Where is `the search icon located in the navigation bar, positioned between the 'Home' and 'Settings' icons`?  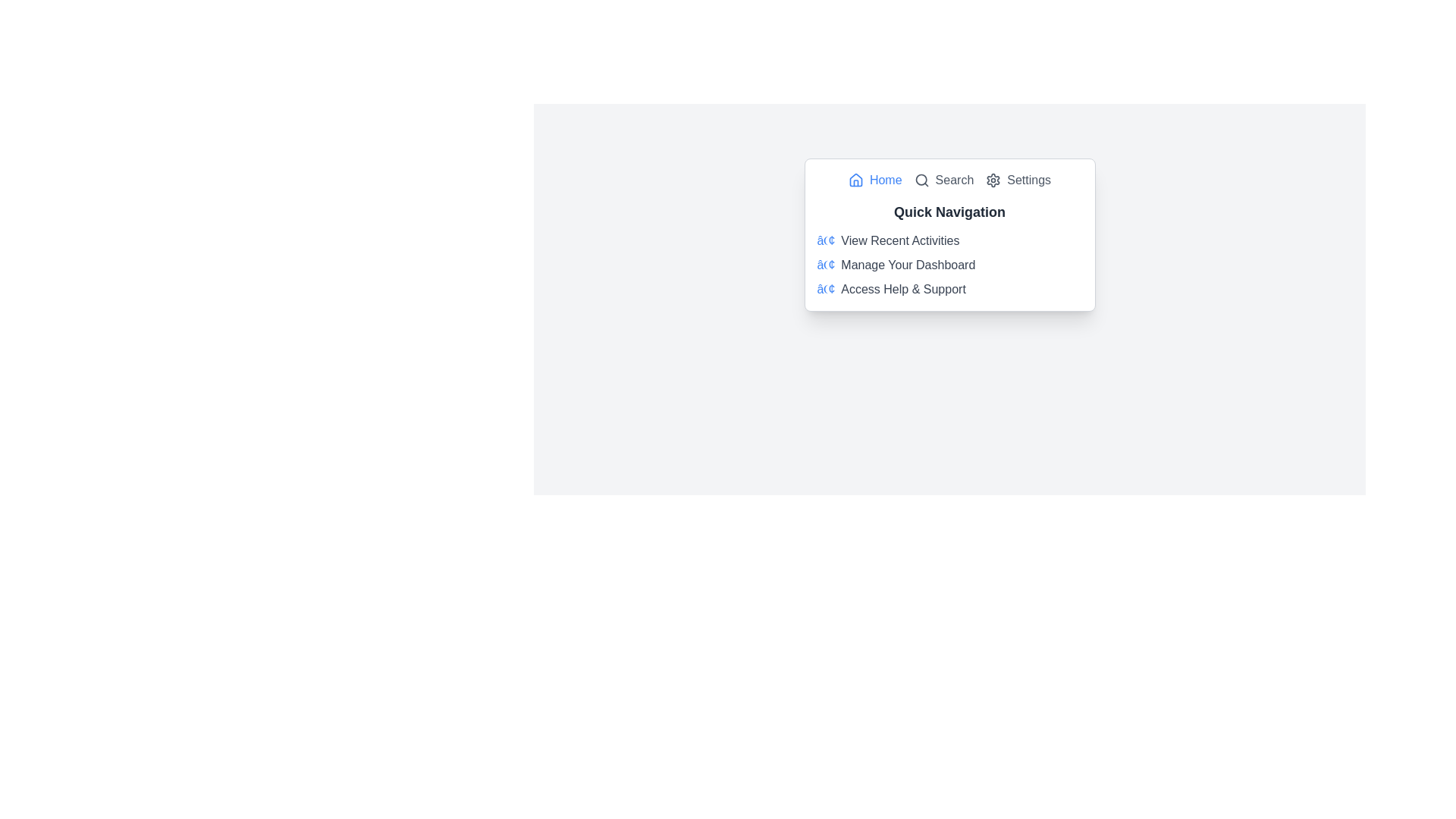 the search icon located in the navigation bar, positioned between the 'Home' and 'Settings' icons is located at coordinates (921, 180).